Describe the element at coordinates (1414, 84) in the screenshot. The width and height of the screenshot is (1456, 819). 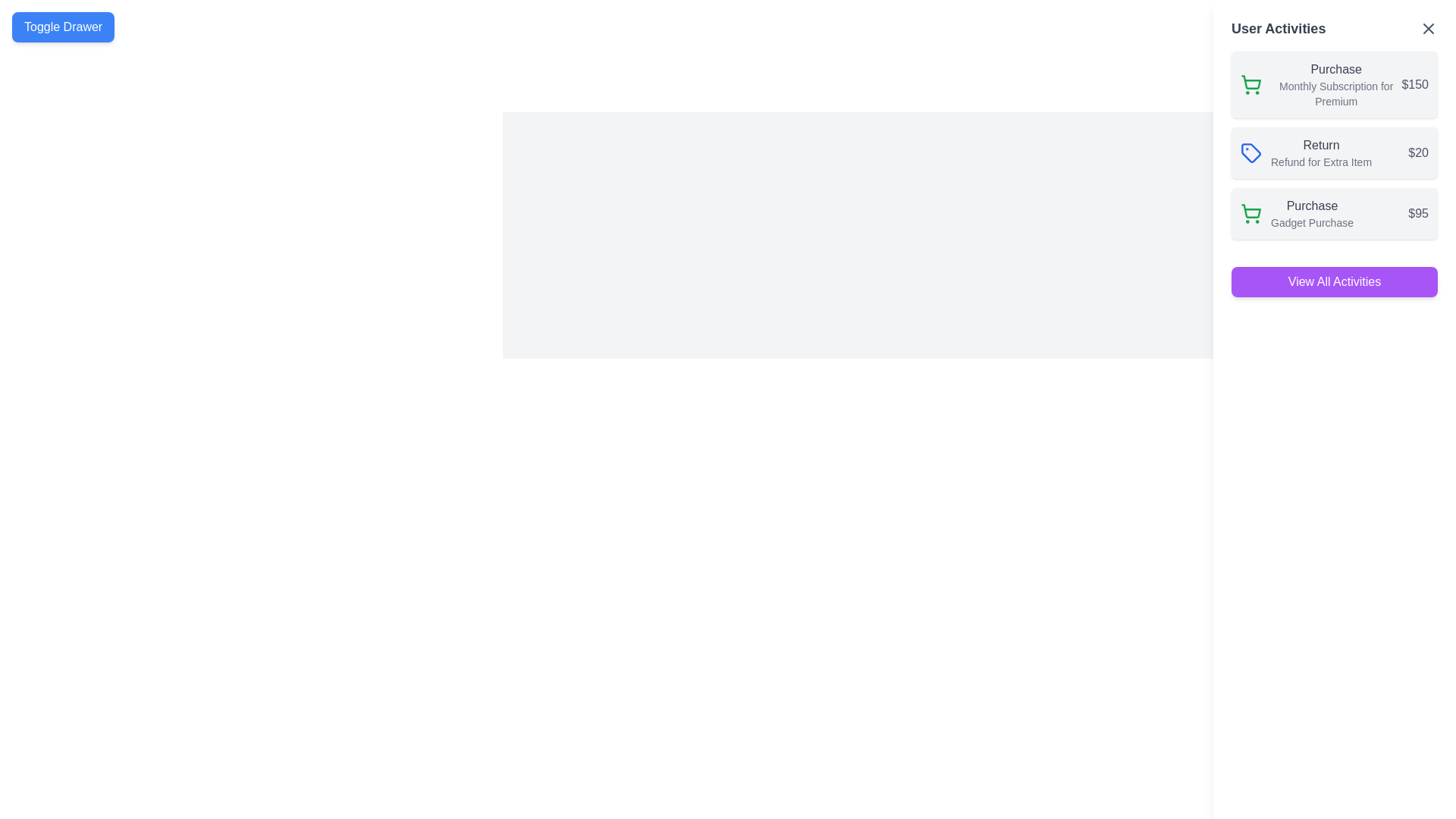
I see `value represented by the text label displaying '$150', which is located in the 'User Activities' panel, aligned with the 'Monthly Subscription for Premium' text` at that location.